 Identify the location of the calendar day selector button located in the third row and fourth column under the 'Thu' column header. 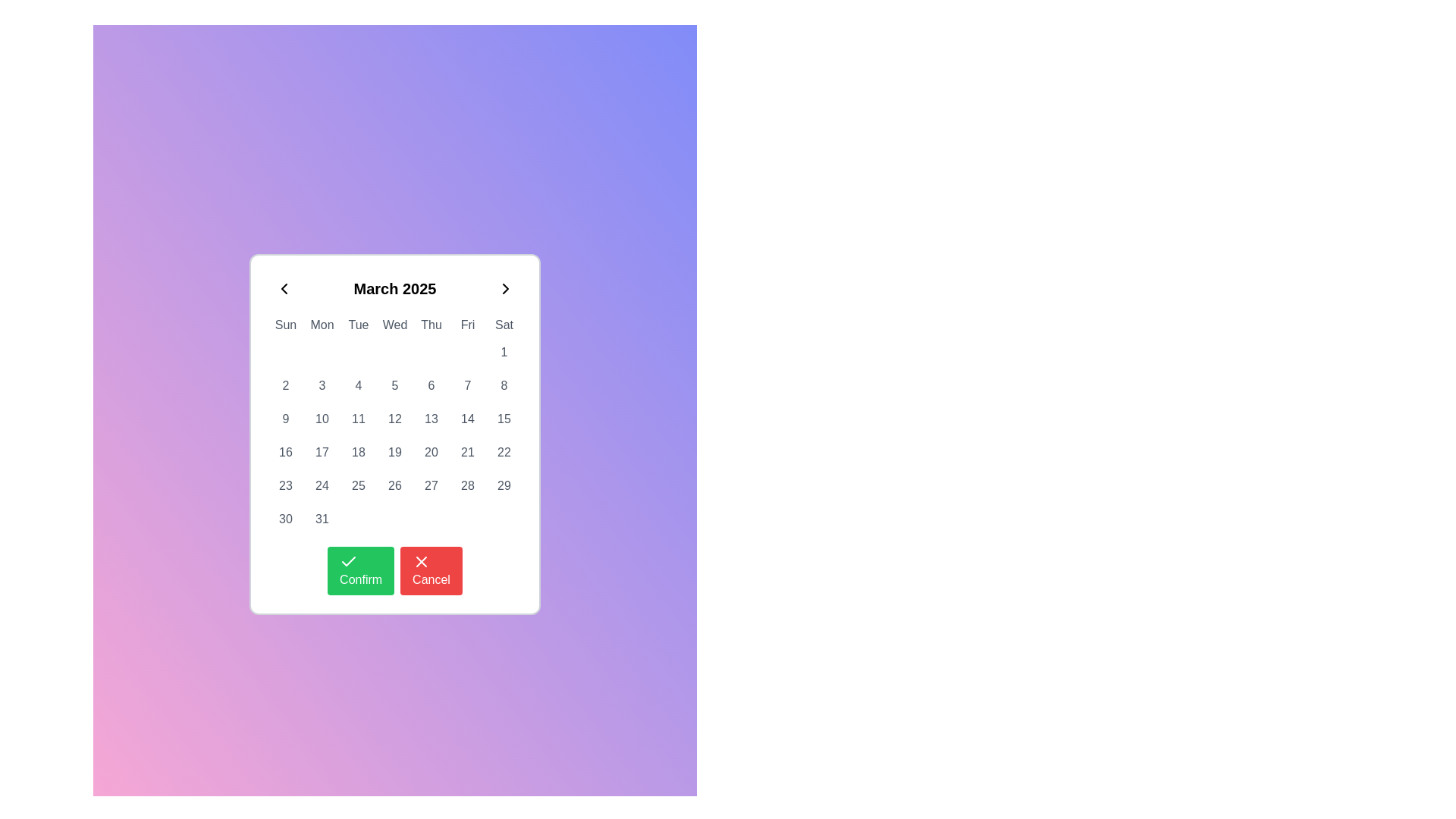
(395, 385).